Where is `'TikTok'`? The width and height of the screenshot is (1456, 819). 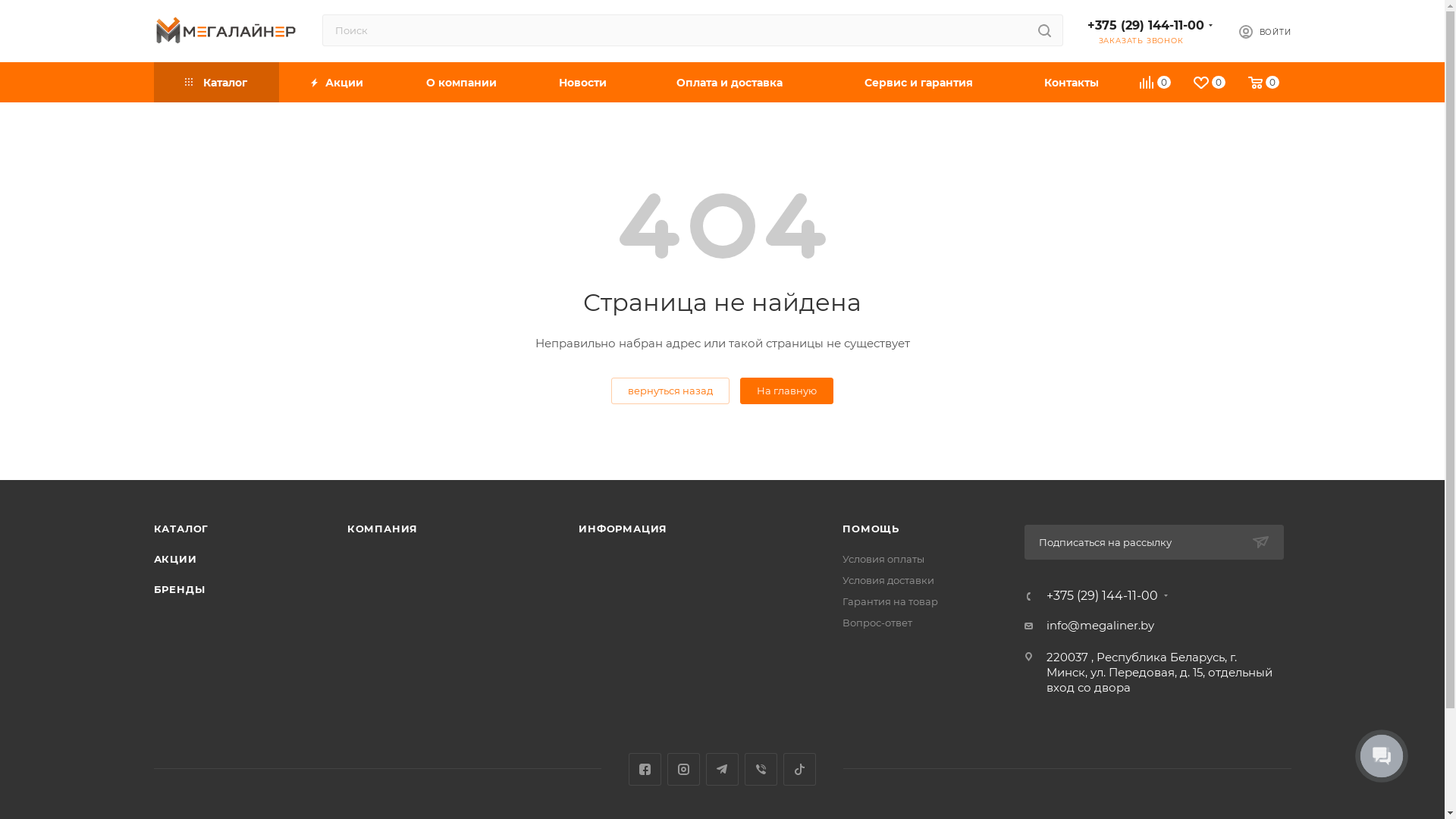 'TikTok' is located at coordinates (783, 769).